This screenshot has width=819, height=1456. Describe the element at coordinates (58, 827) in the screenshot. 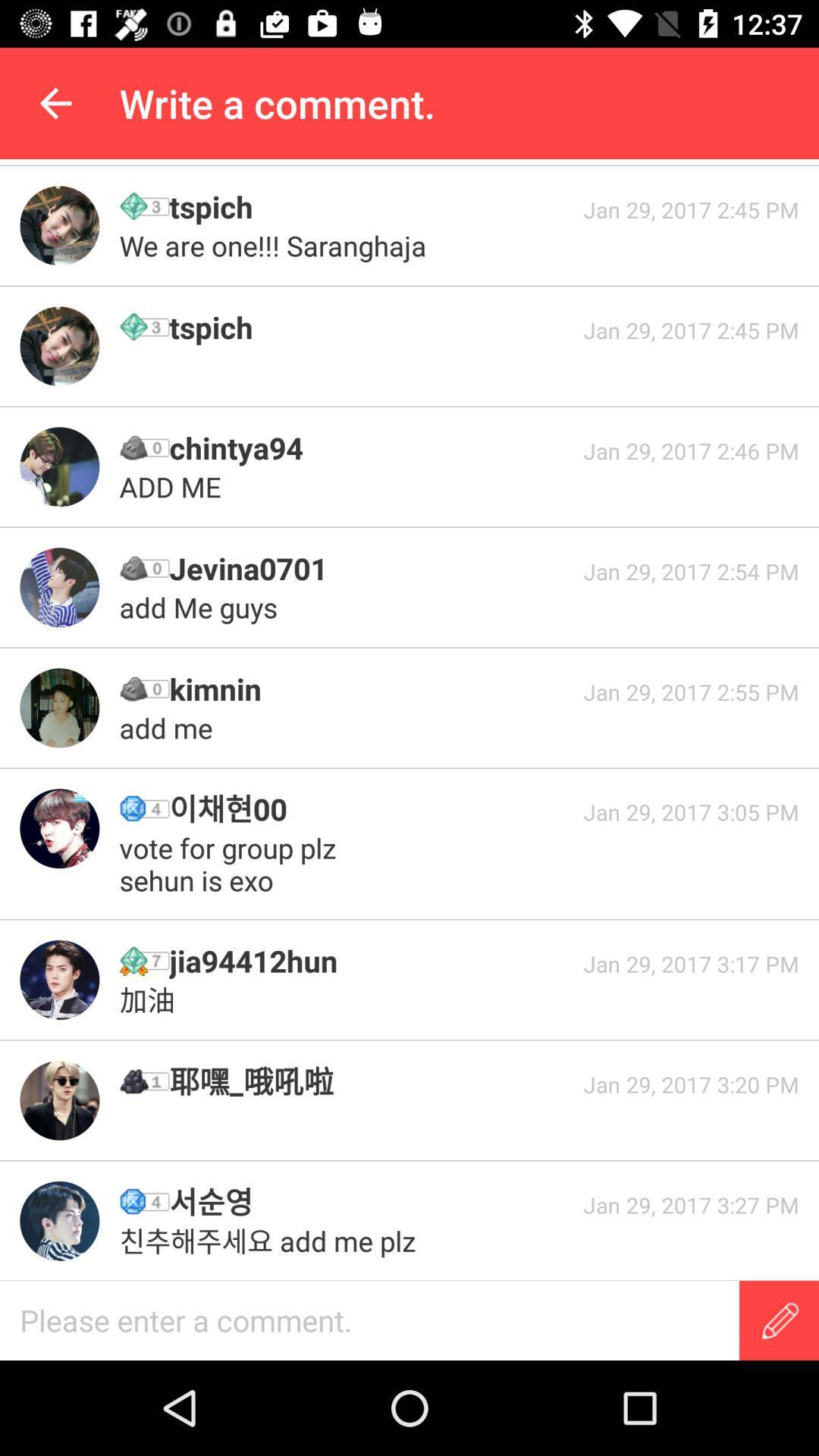

I see `image` at that location.